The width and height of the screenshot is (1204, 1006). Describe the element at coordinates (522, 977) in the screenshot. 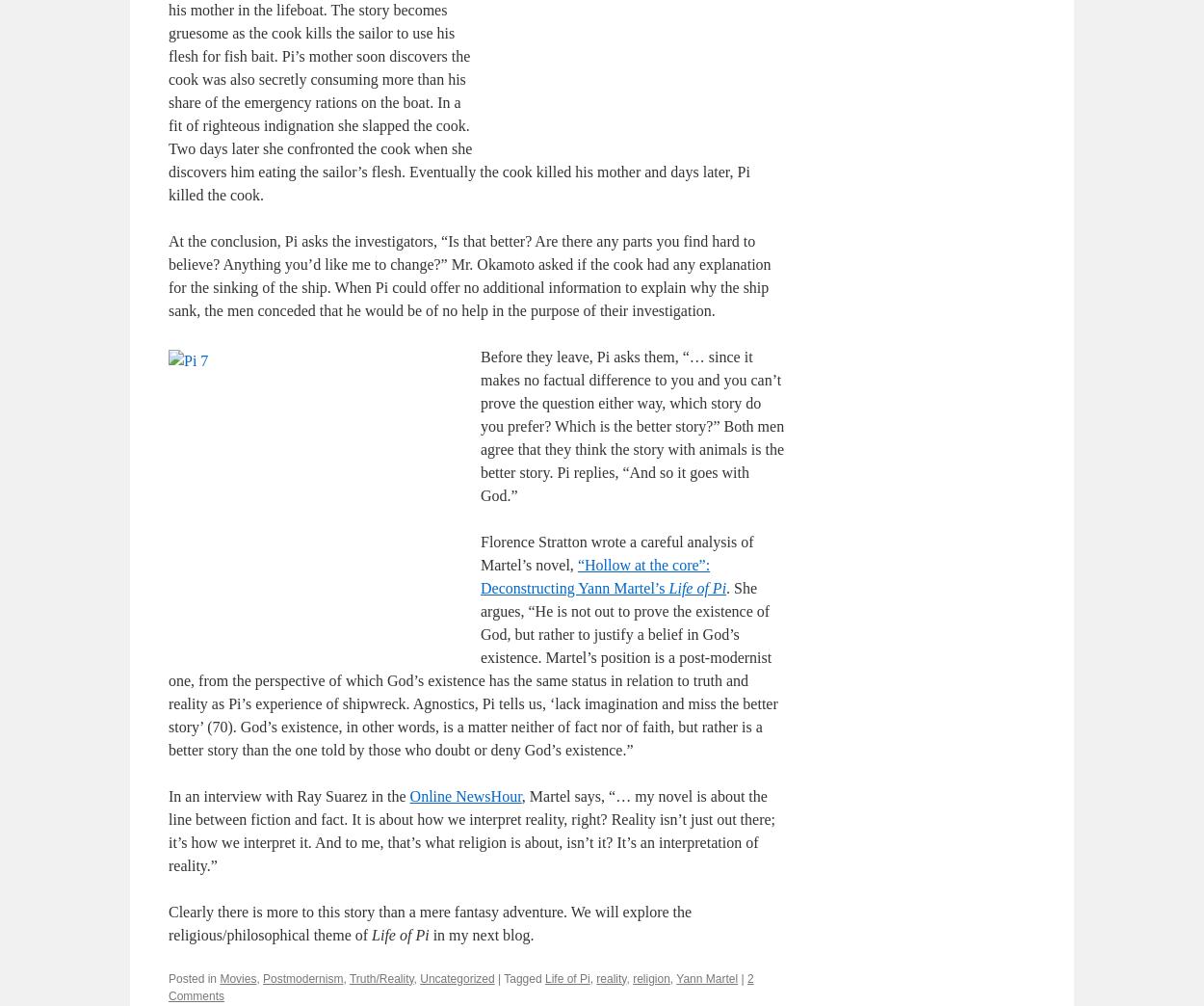

I see `'Tagged'` at that location.